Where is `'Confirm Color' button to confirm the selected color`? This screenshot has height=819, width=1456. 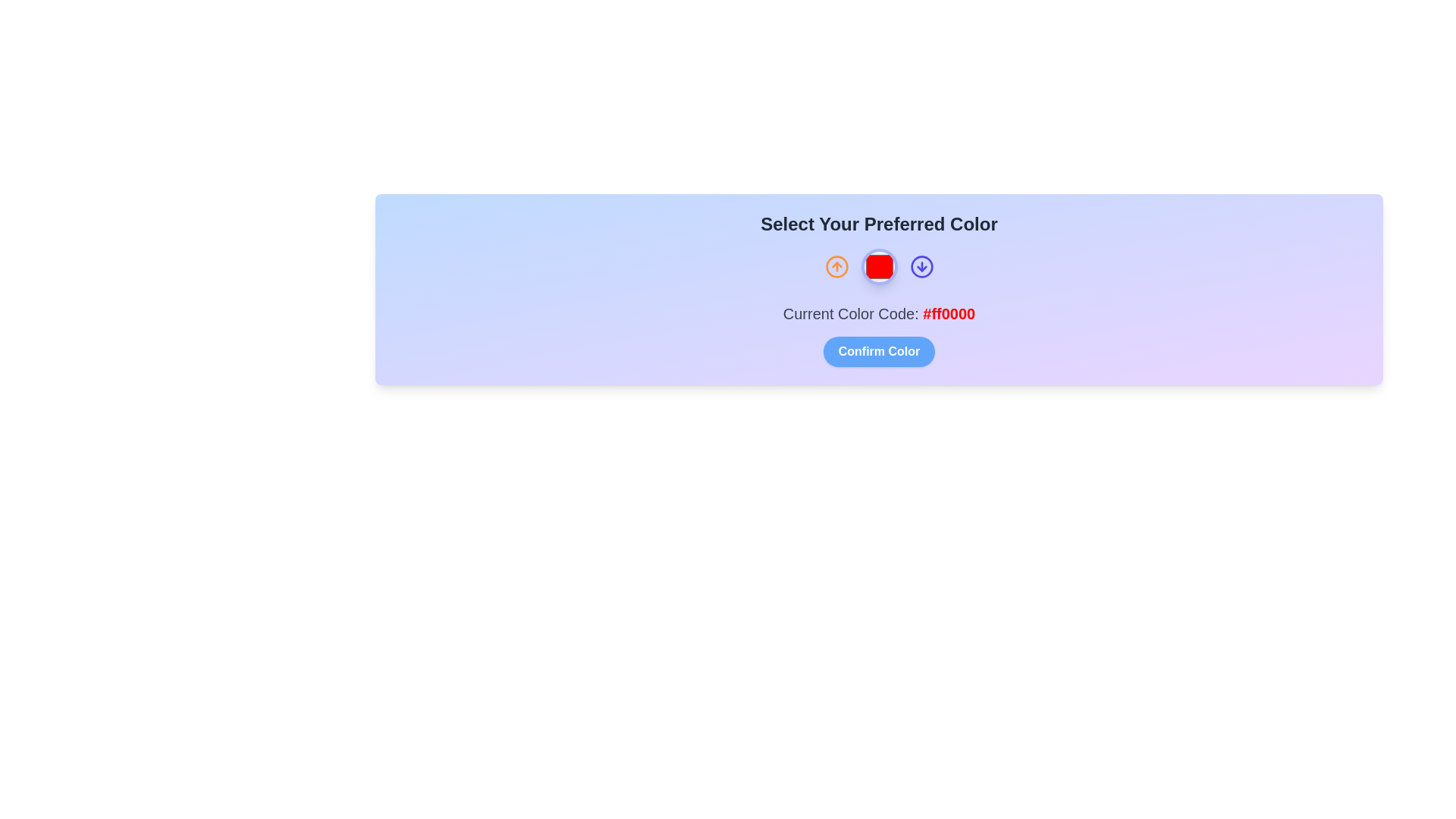 'Confirm Color' button to confirm the selected color is located at coordinates (879, 351).